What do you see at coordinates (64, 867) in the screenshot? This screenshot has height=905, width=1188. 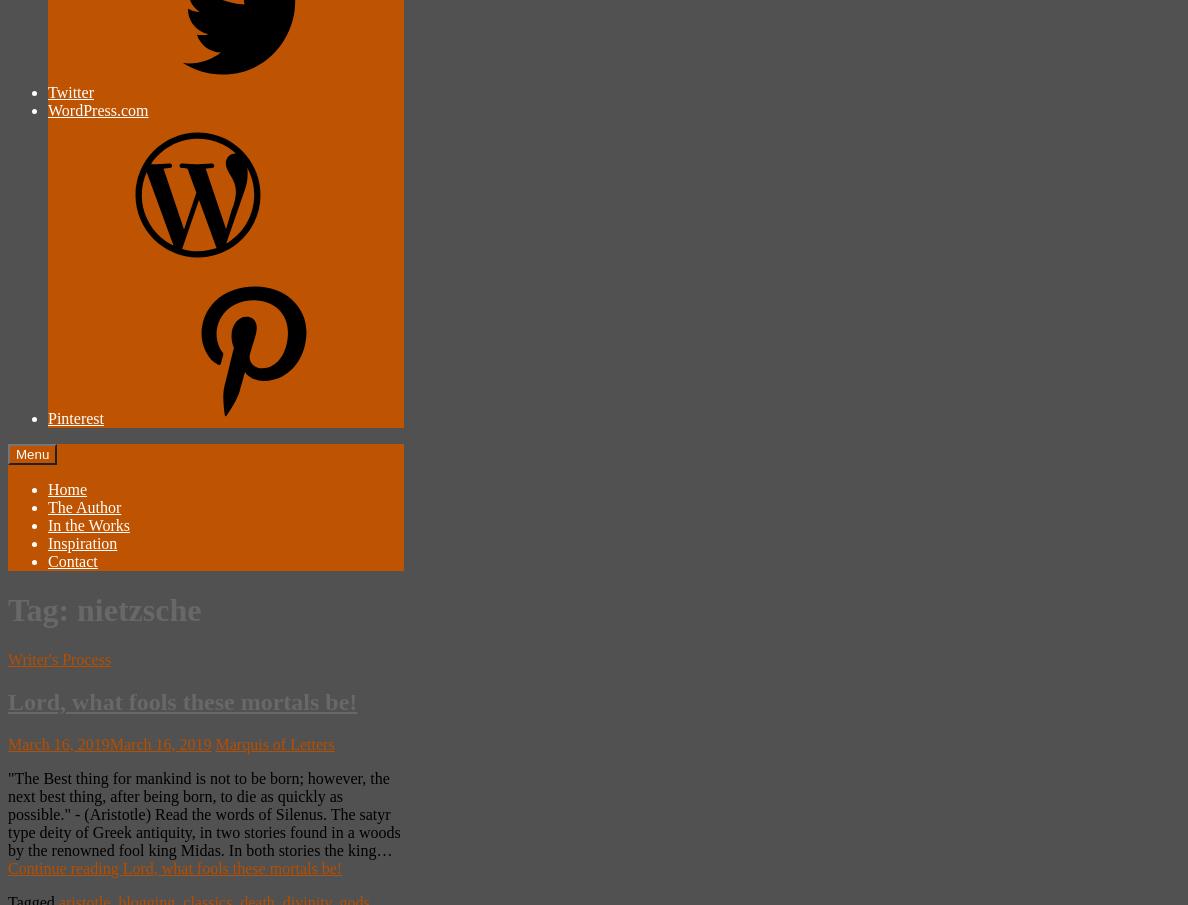 I see `'Continue reading'` at bounding box center [64, 867].